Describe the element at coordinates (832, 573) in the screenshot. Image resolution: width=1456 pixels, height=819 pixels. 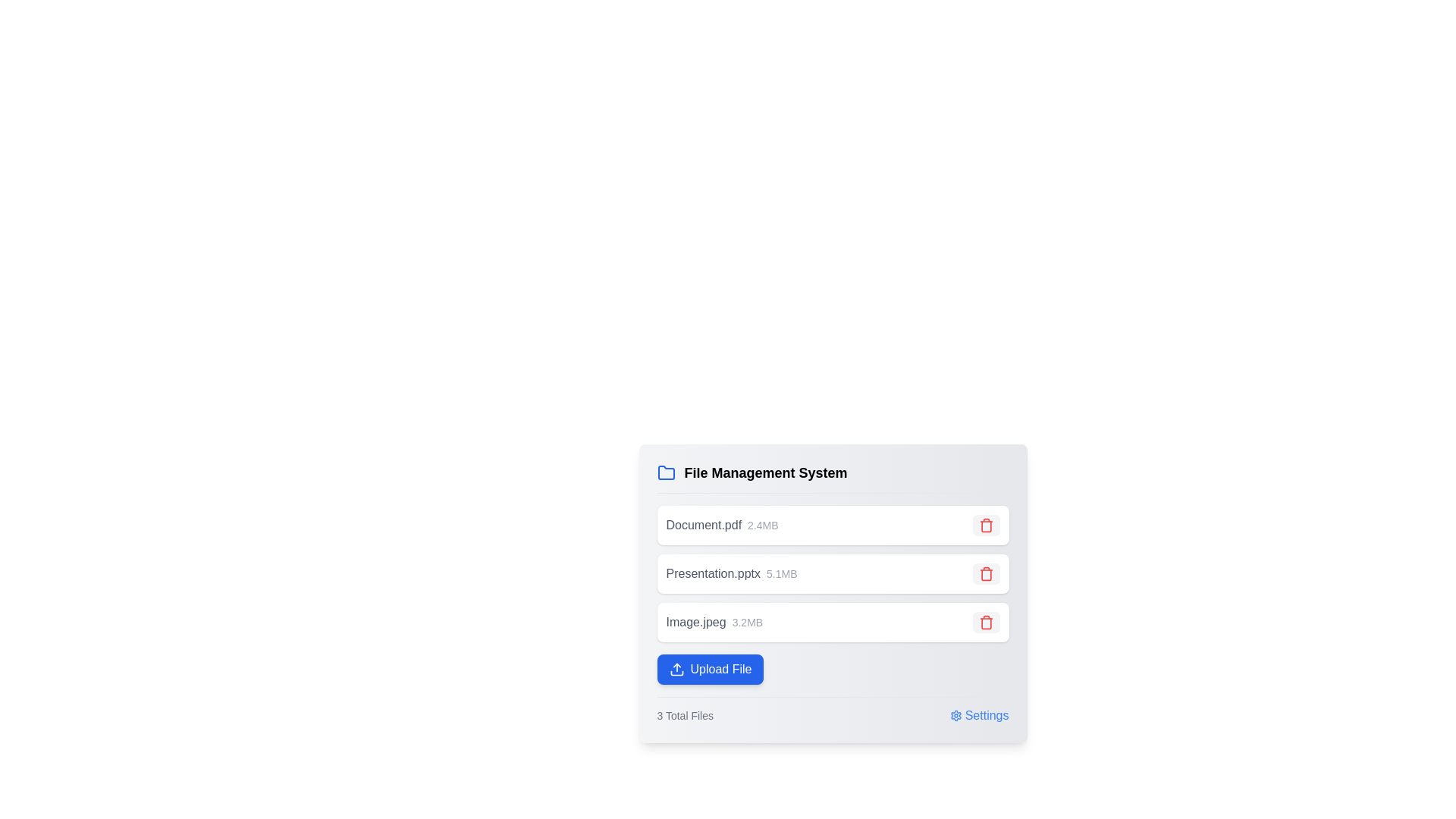
I see `the file entry row displaying 'Presentation.pptx'` at that location.